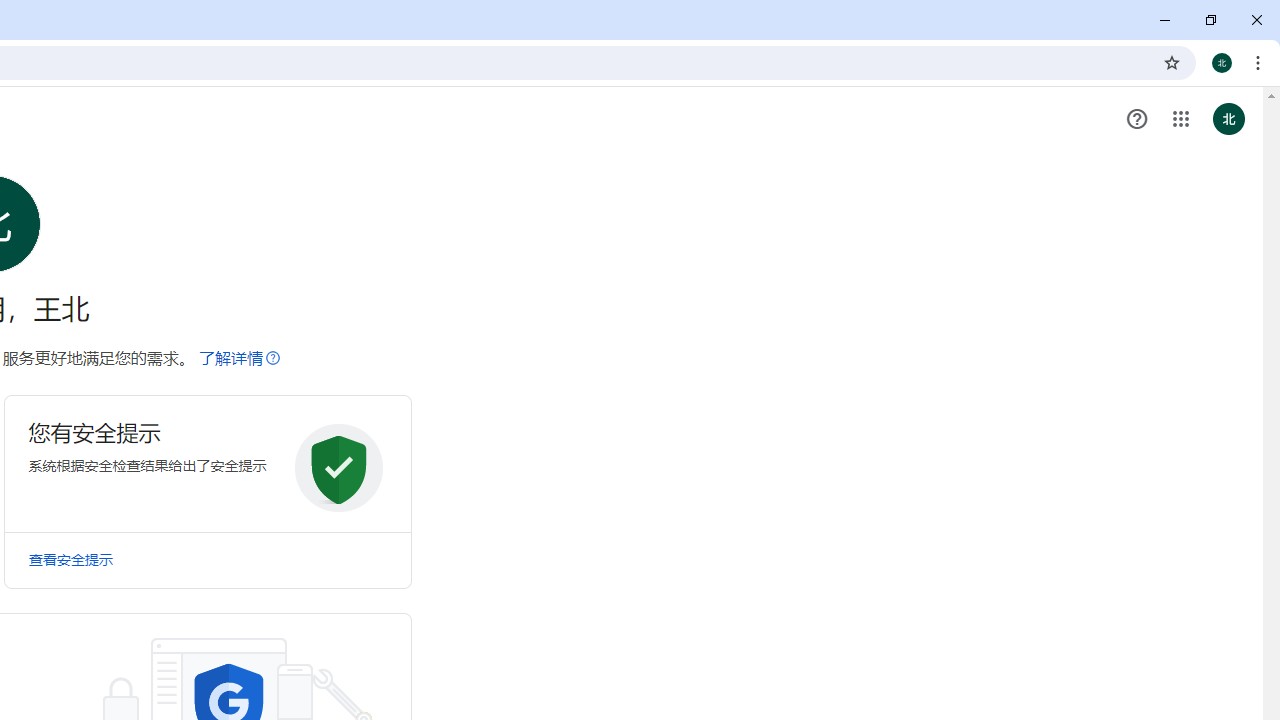  Describe the element at coordinates (1255, 20) in the screenshot. I see `'Close'` at that location.